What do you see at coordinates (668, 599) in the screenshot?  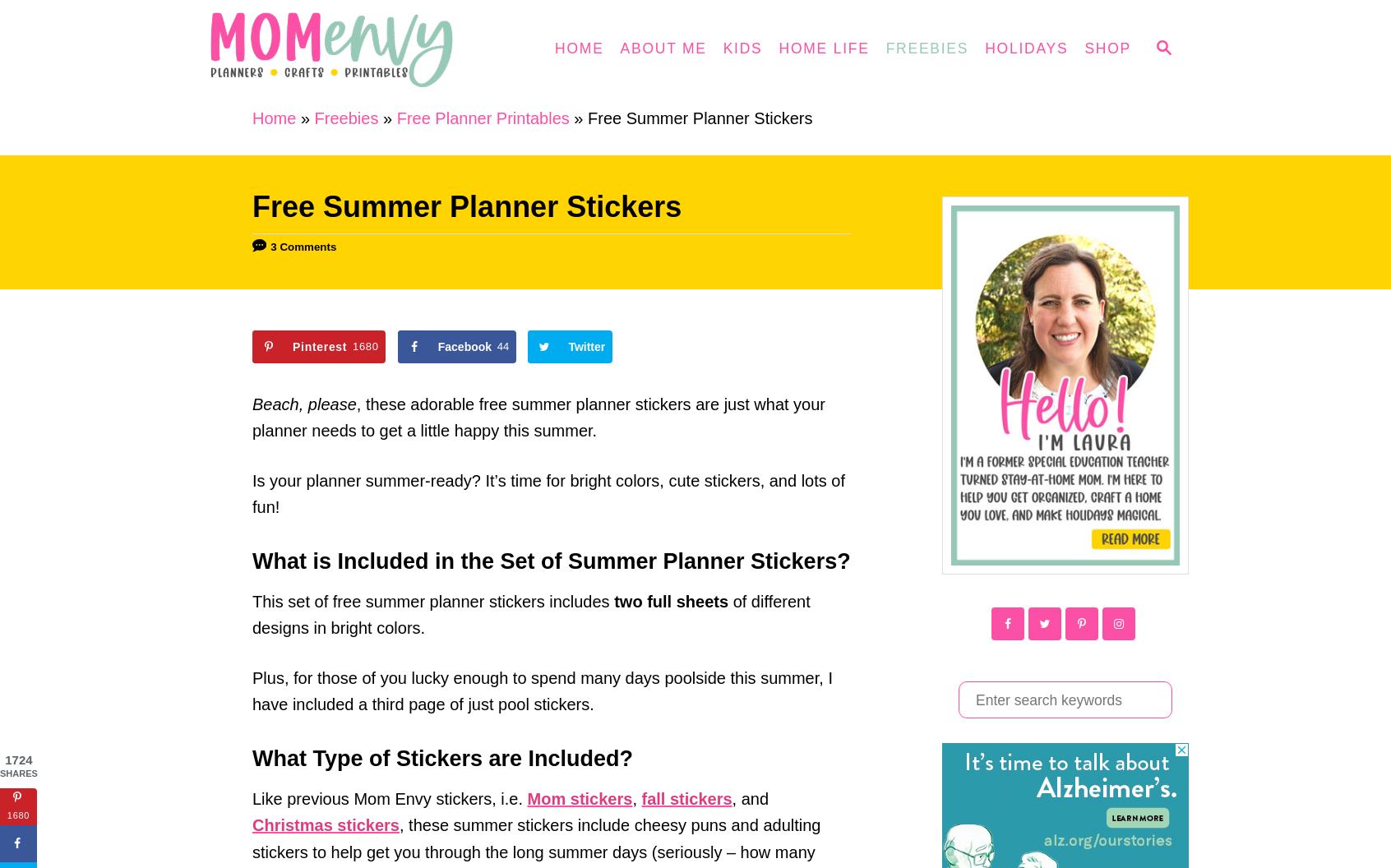 I see `'two full sheets'` at bounding box center [668, 599].